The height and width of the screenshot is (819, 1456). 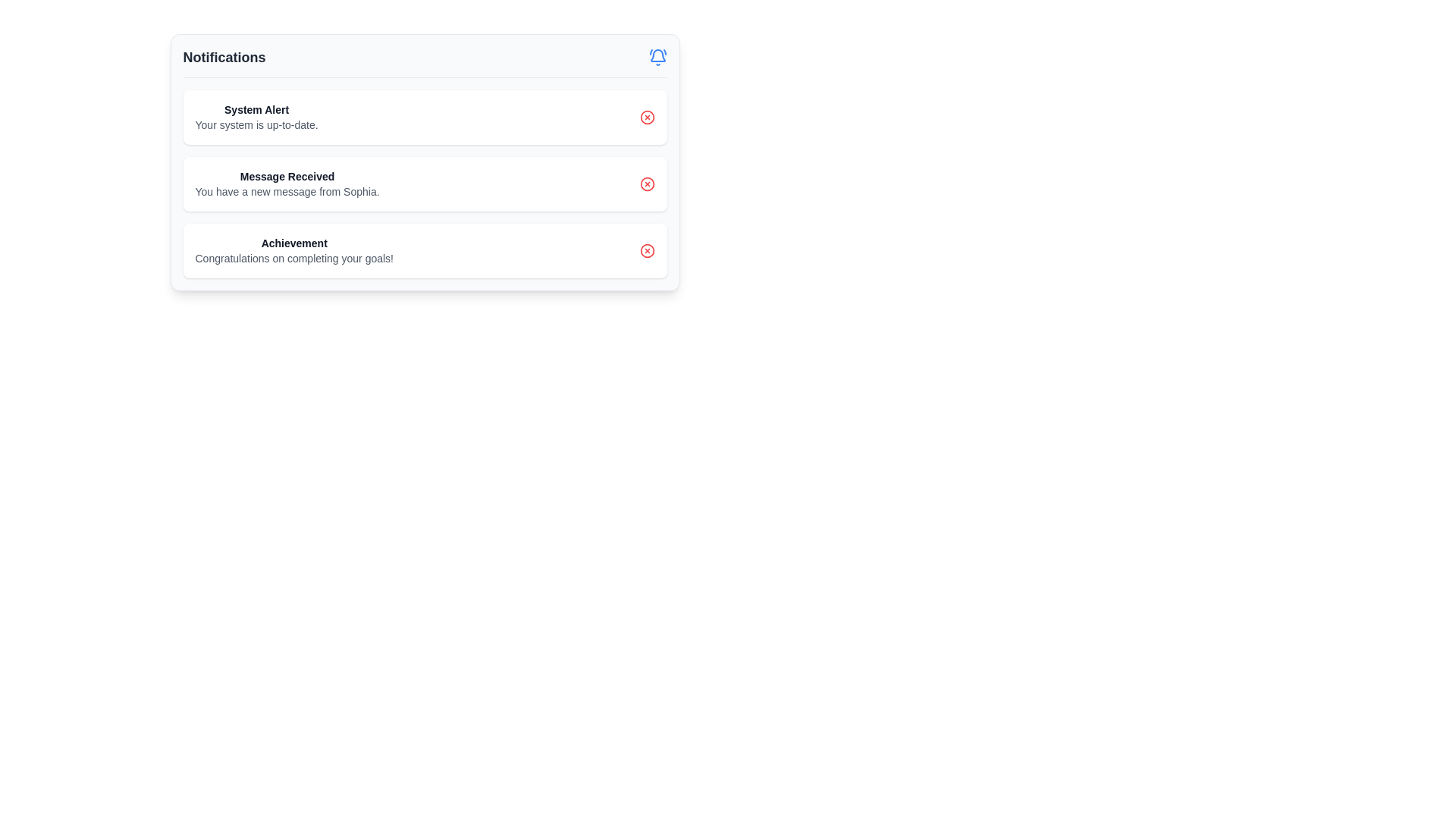 What do you see at coordinates (256, 109) in the screenshot?
I see `the 'System Alert' text label located at the top of the notification card` at bounding box center [256, 109].